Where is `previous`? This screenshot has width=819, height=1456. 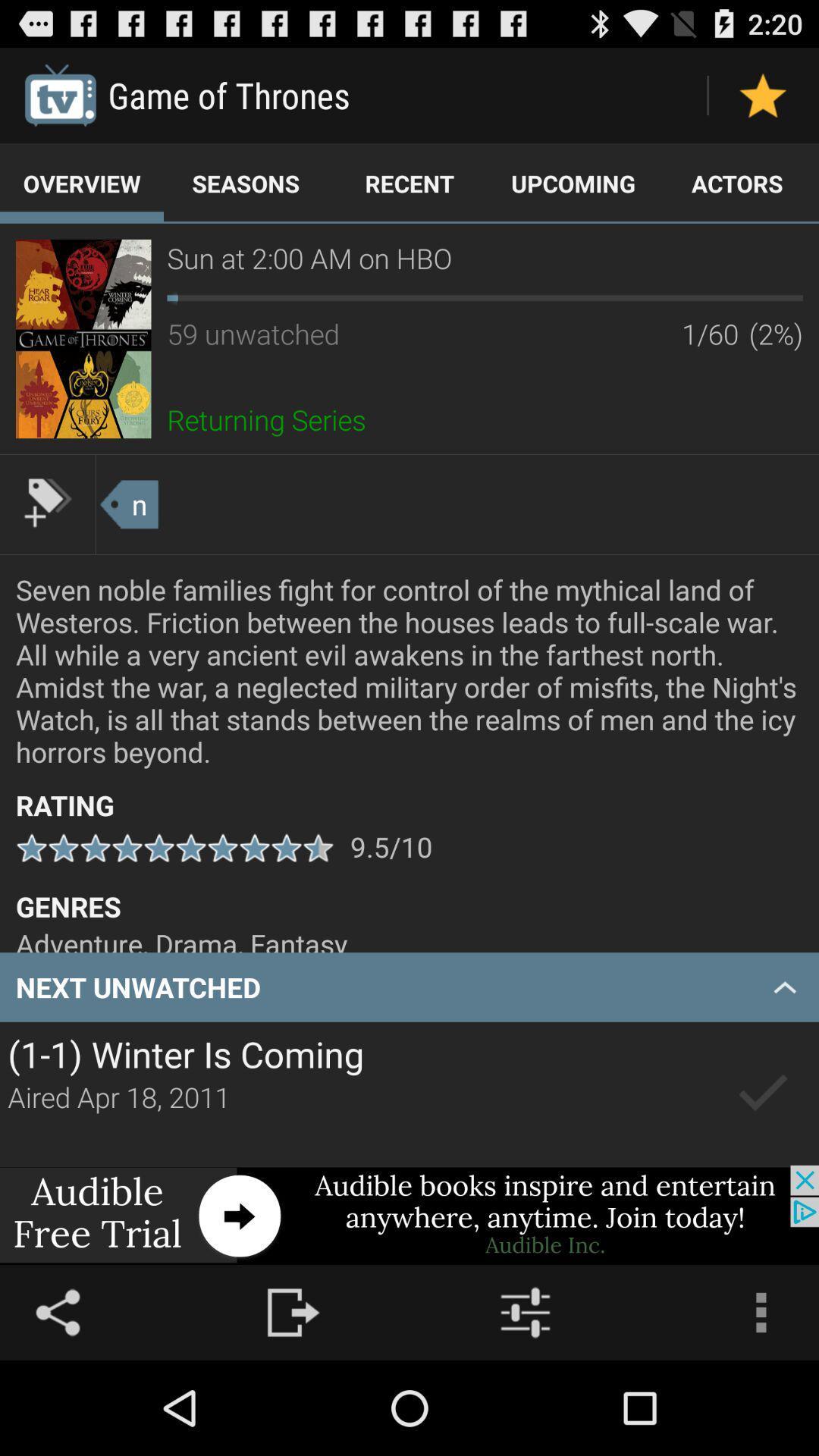
previous is located at coordinates (763, 1094).